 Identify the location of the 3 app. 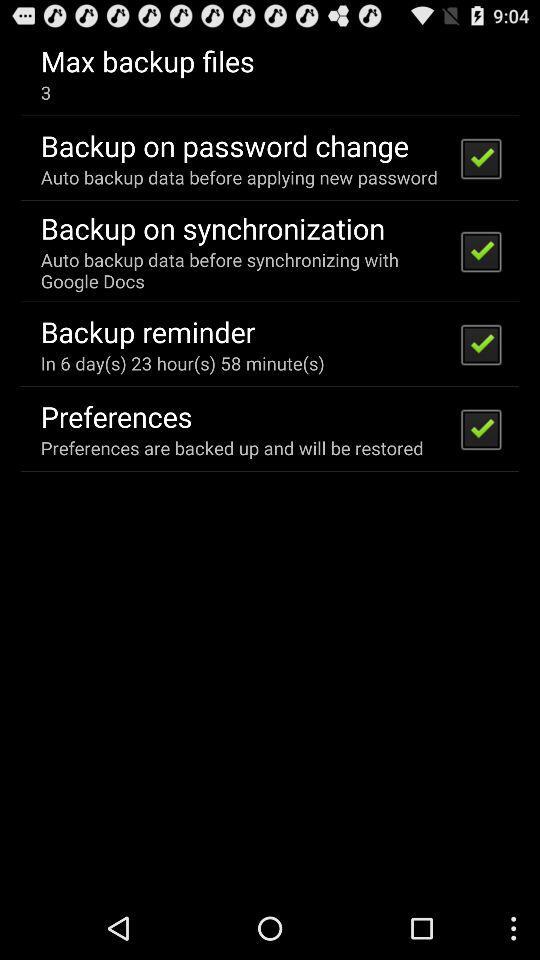
(46, 92).